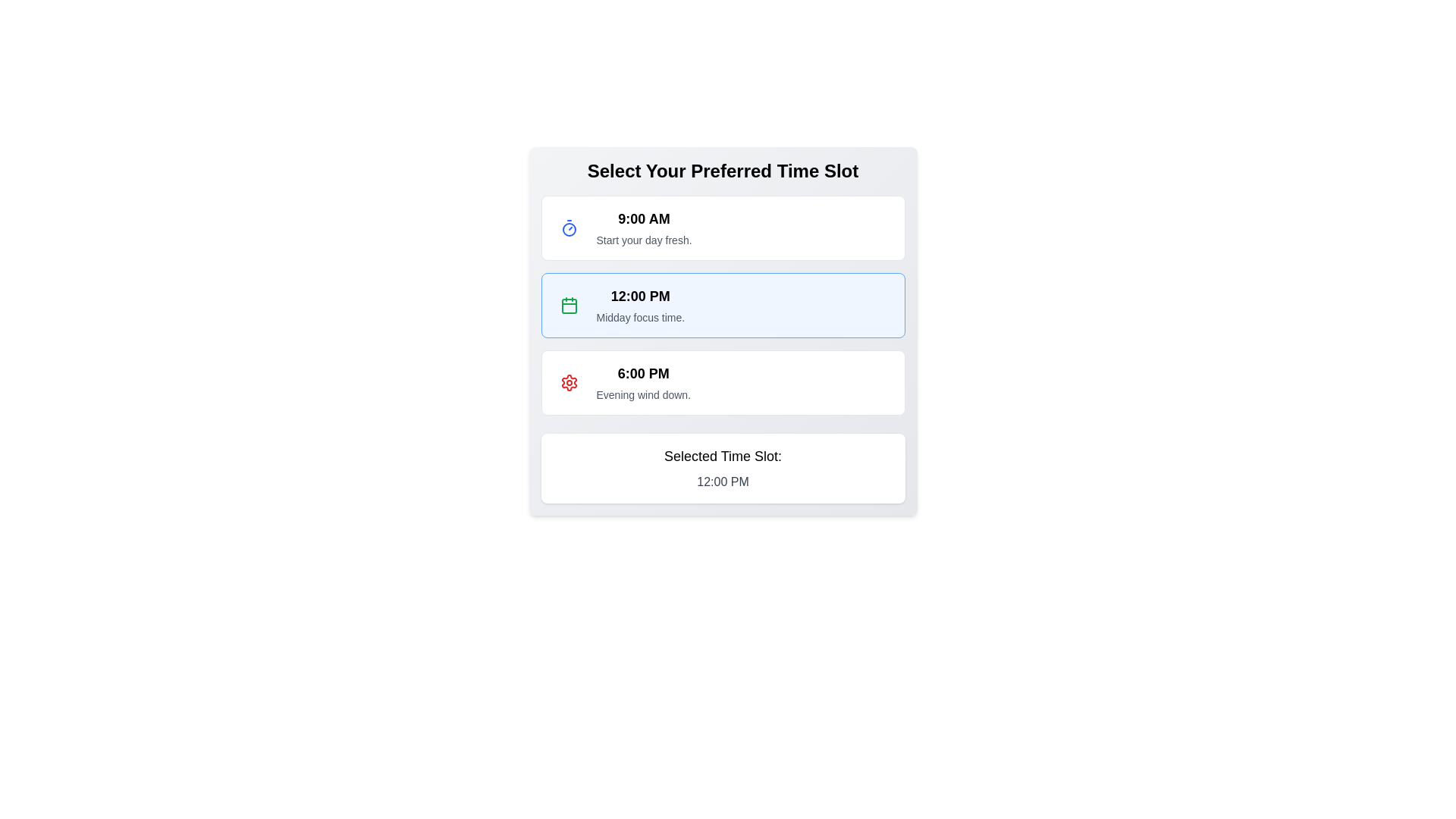 The height and width of the screenshot is (819, 1456). I want to click on the static text label displaying 'Selected Time Slot:' which is styled in a bold and medium font size, located above the time value '12:00 PM', so click(722, 455).